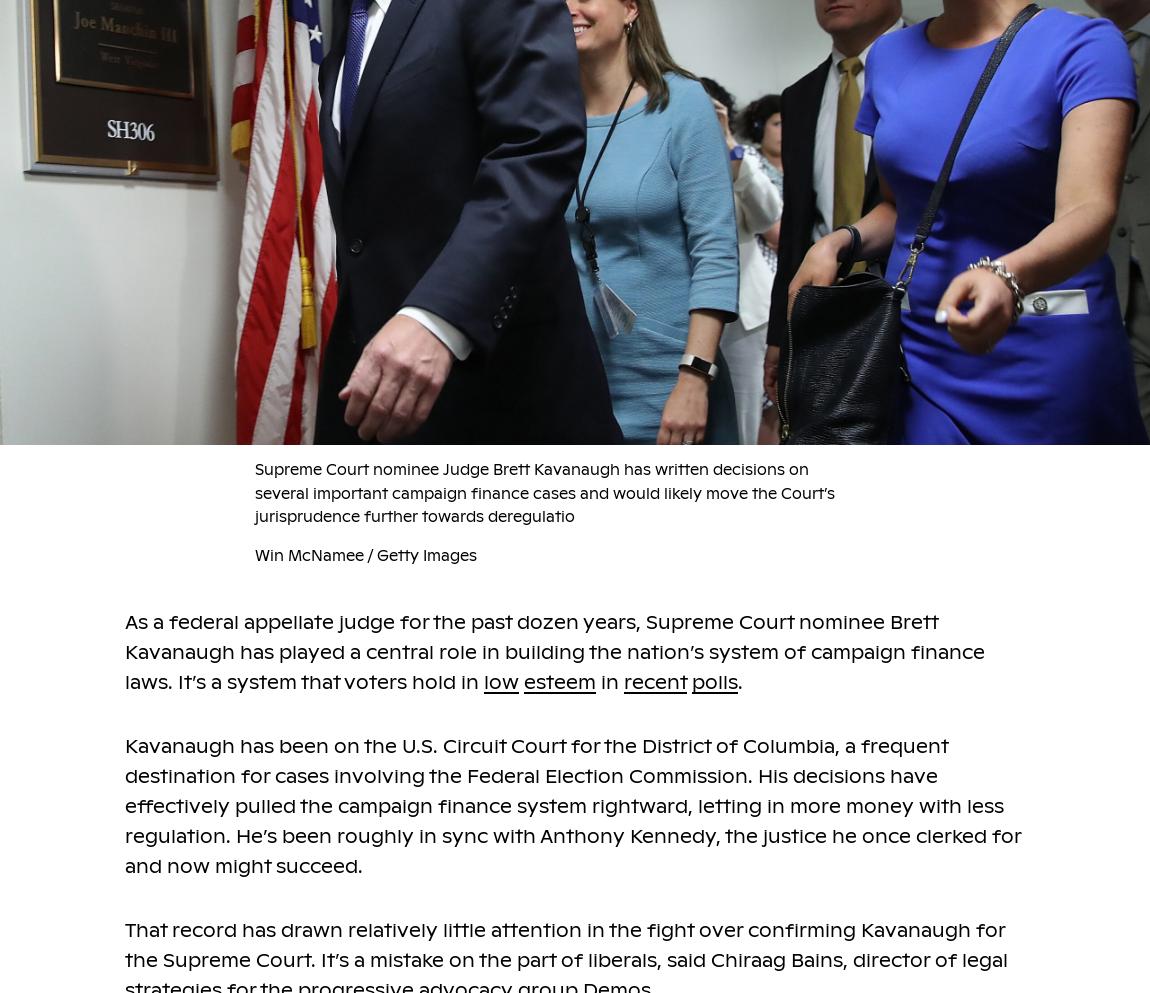  Describe the element at coordinates (554, 652) in the screenshot. I see `'As a federal appellate judge for the past dozen years, Supreme Court nominee Brett Kavanaugh has played a central role in building the nation’s system of campaign finance laws. It’s a system that voters hold in'` at that location.